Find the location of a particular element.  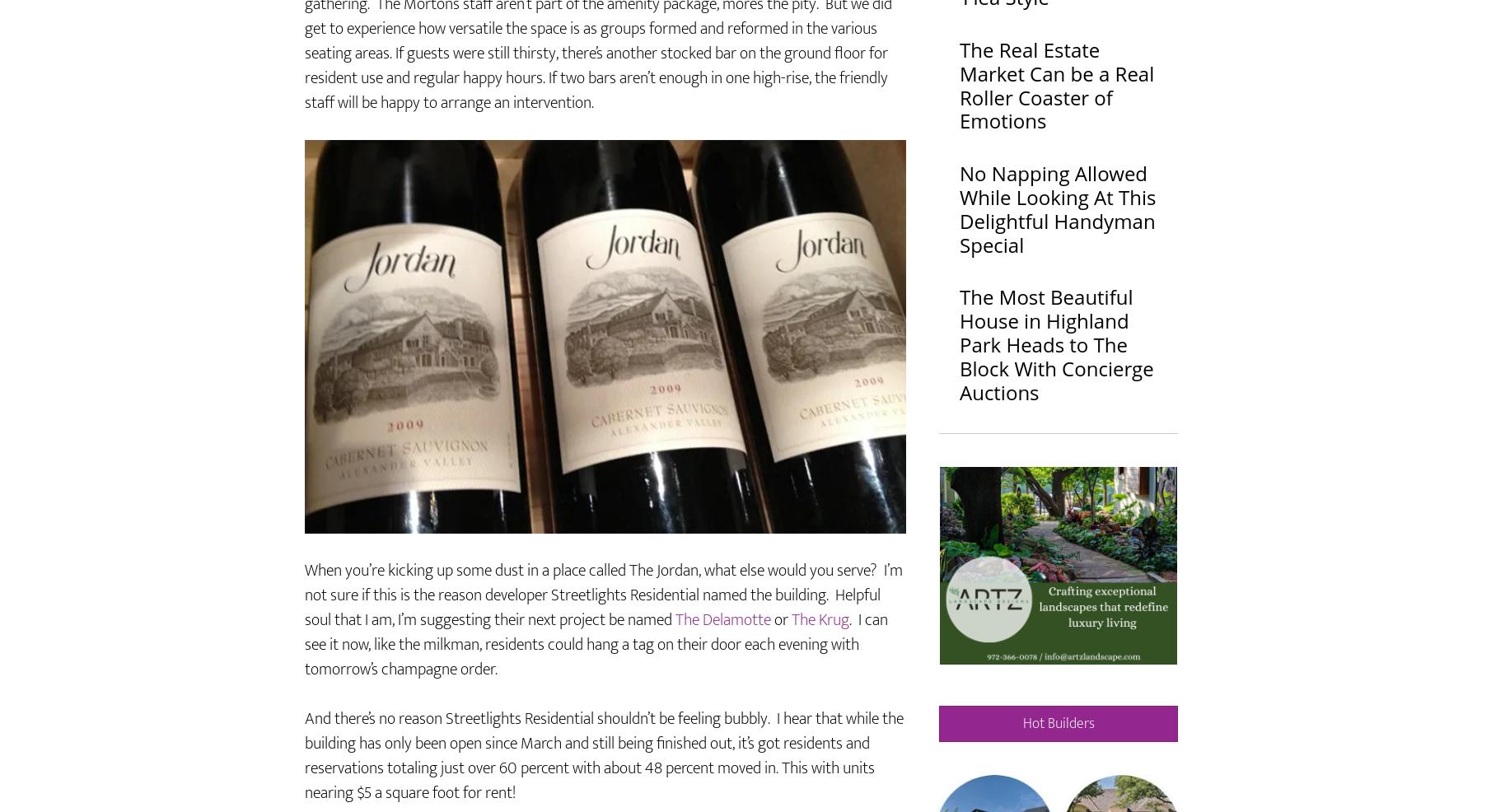

'The seventh floor resident lounge, complete with this serving bar, was the backdrop for our gathering.  The Morton’s staff aren’t part of the amenity package, more’s the pity.  But we did get to experience how versatile the space is as groups formed and reformed in the various seating areas. If guests were still thirsty, there’s another stocked bar on the ground floor for resident use and regular happy hours. If two bars aren’t enough in one high-rise, the friendly staff will be happy to arrange an intervention.' is located at coordinates (304, 88).